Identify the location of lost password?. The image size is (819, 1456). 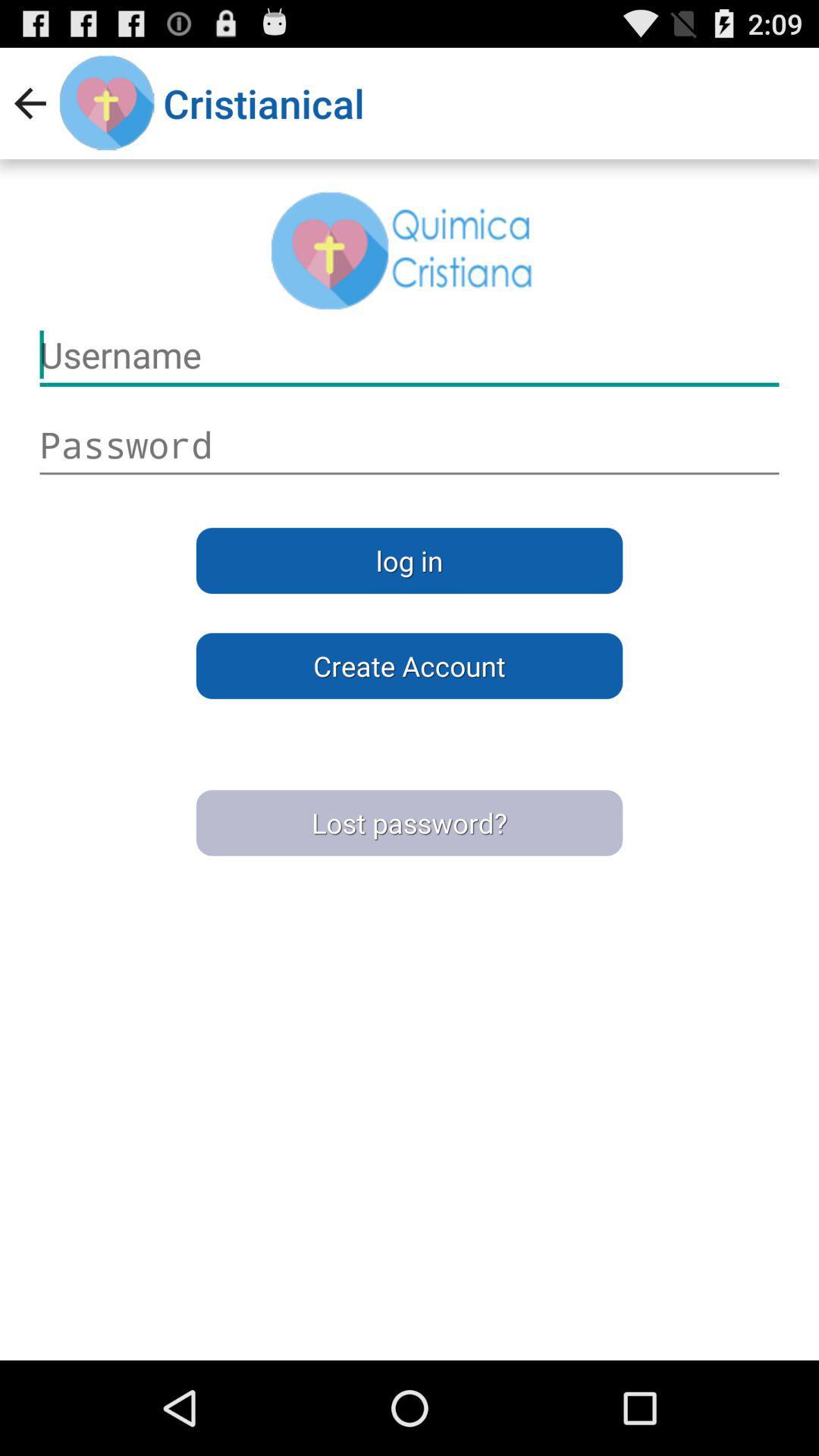
(409, 822).